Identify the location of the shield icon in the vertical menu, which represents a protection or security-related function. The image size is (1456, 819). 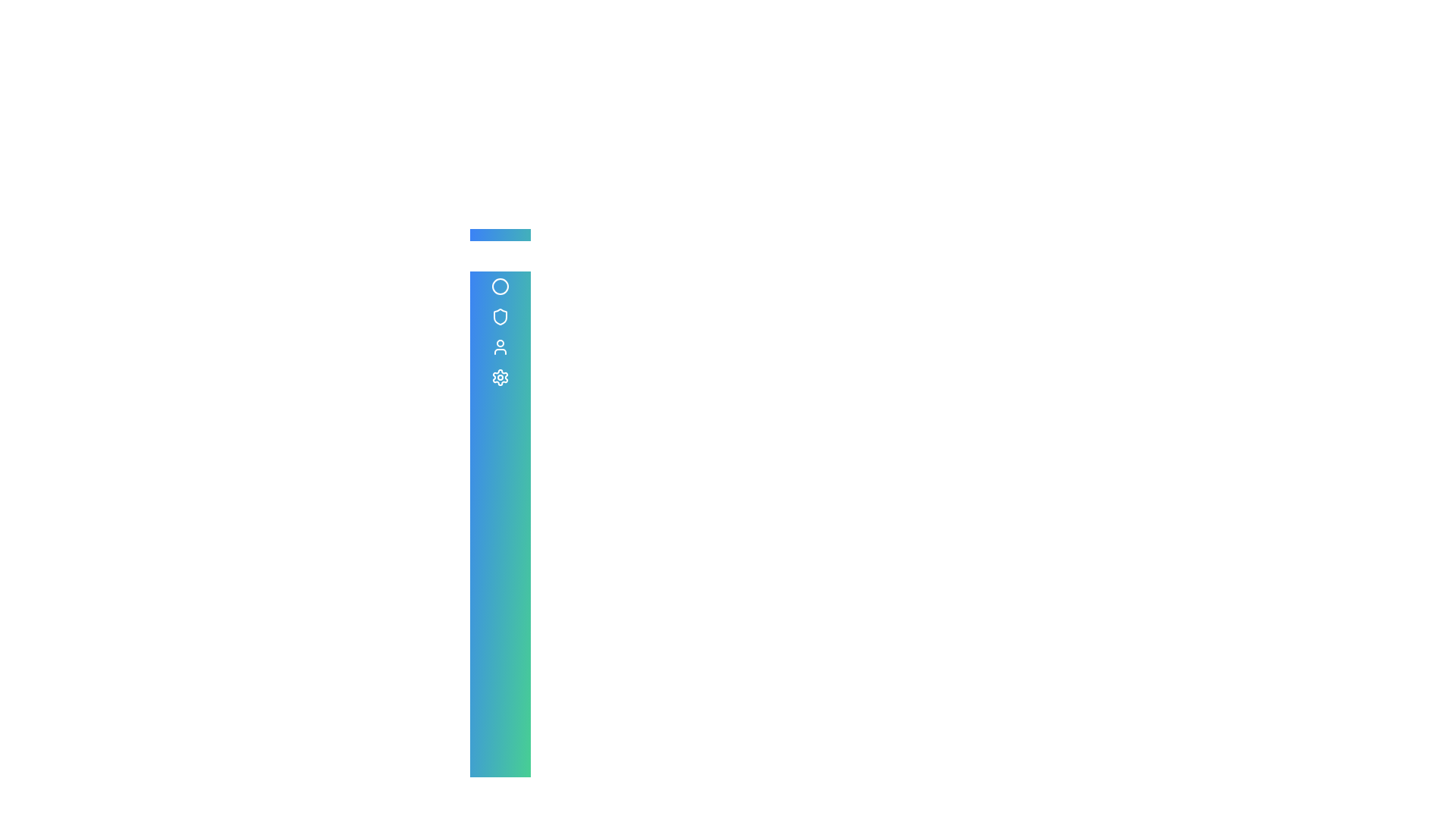
(500, 315).